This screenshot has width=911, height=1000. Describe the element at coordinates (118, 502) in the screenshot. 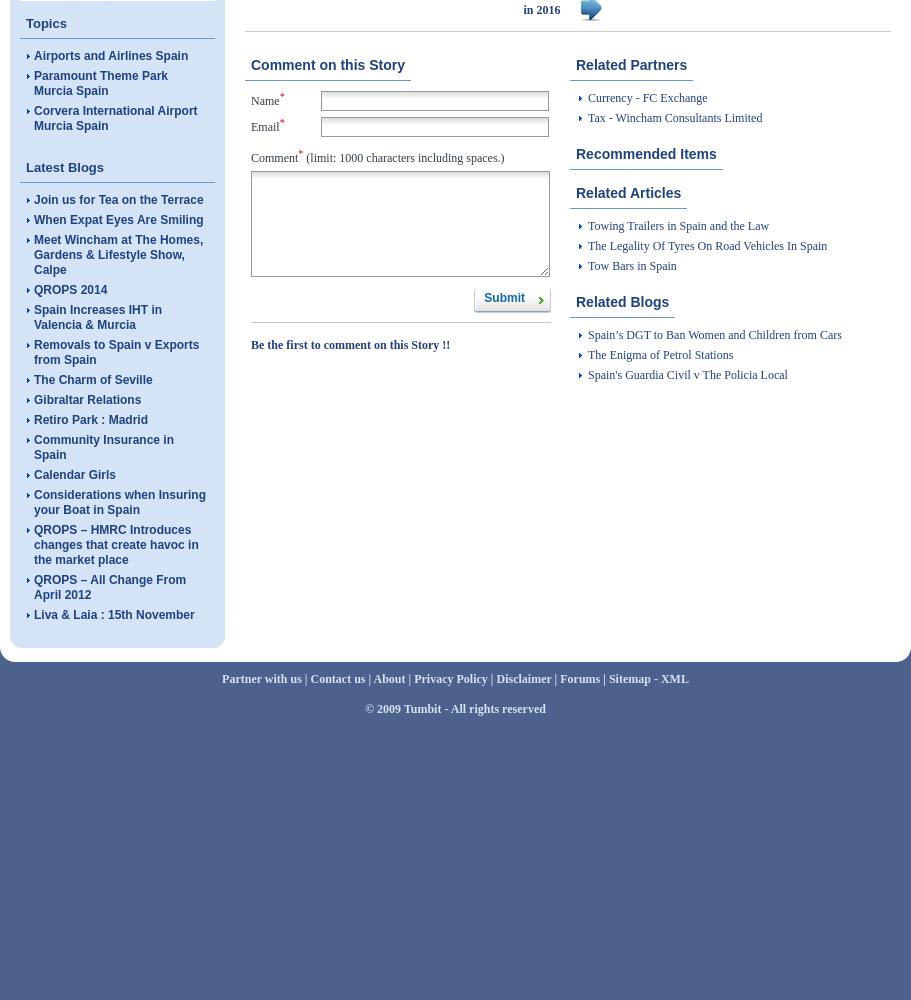

I see `'Considerations when Insuring your Boat in Spain'` at that location.